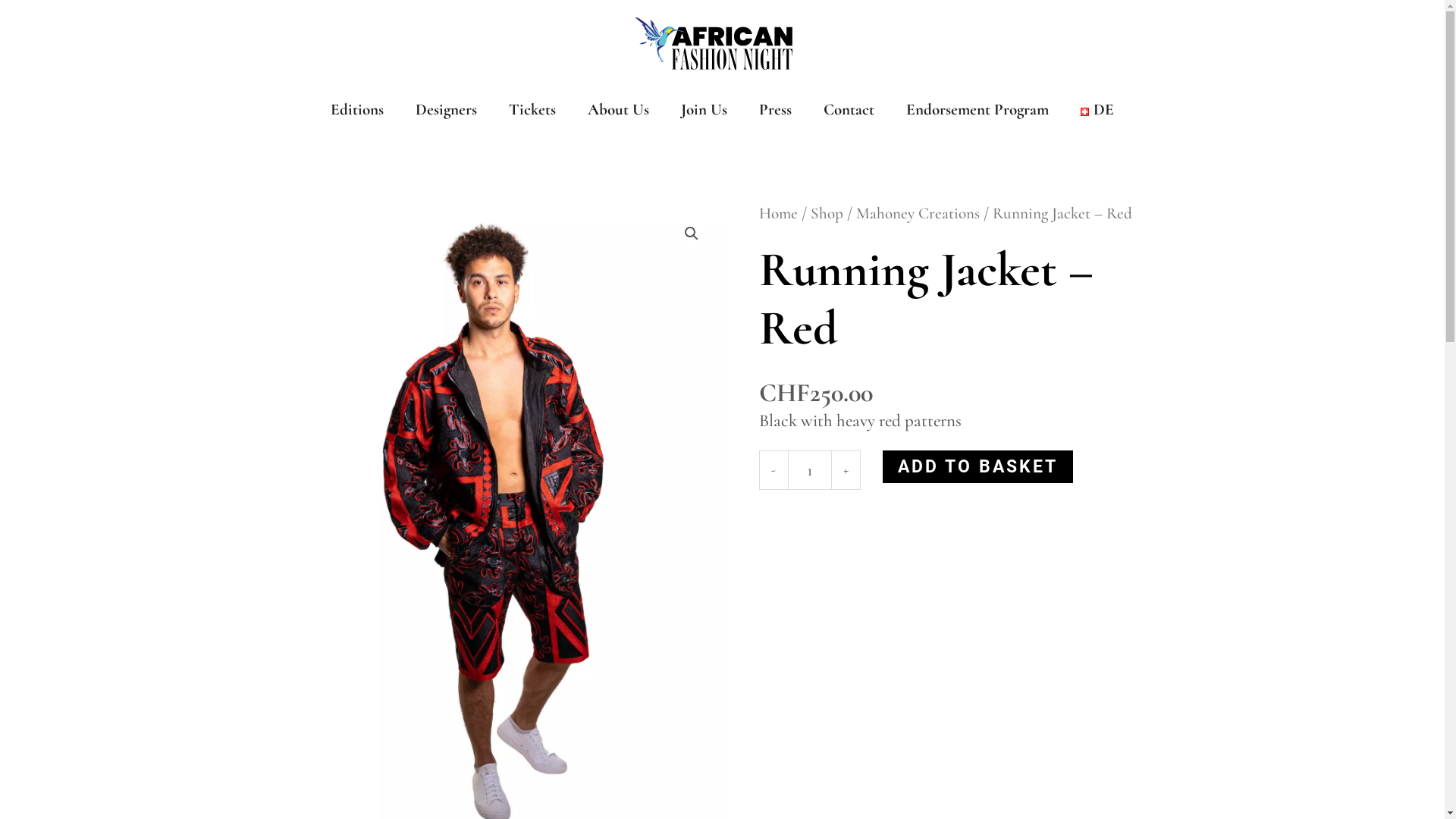  Describe the element at coordinates (977, 109) in the screenshot. I see `'Endorsement Program'` at that location.